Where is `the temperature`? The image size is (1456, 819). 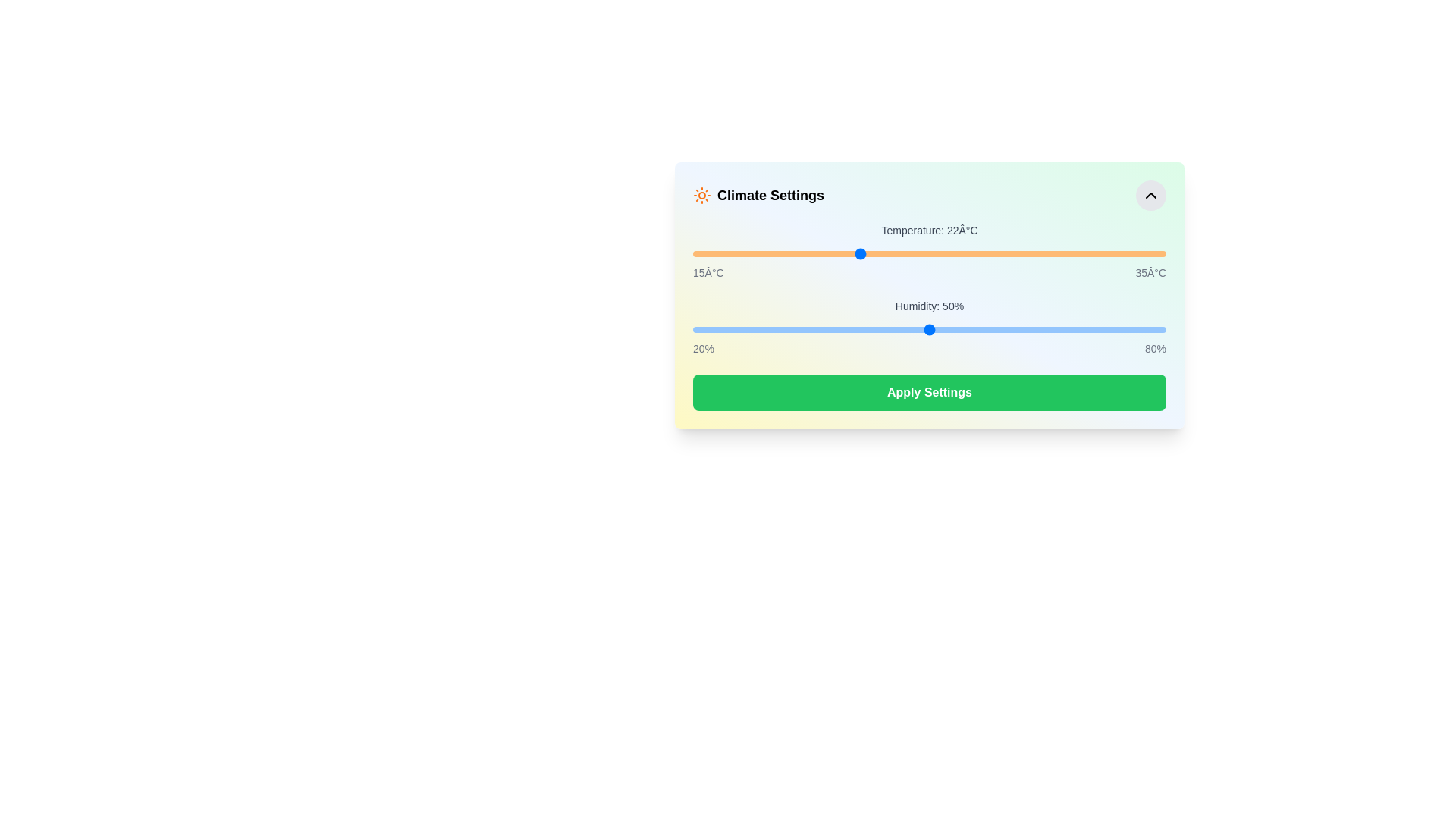 the temperature is located at coordinates (1000, 253).